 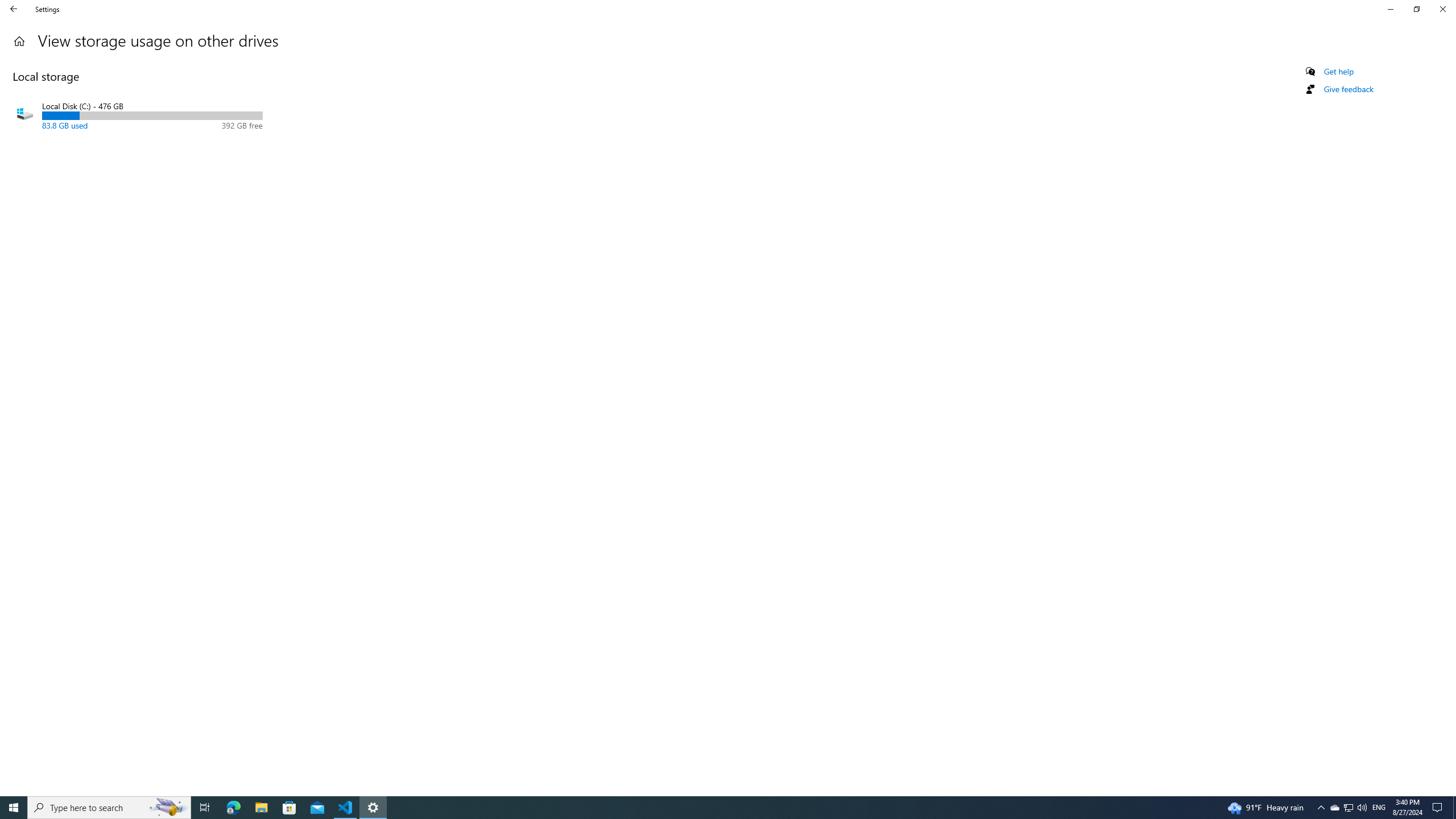 What do you see at coordinates (373, 806) in the screenshot?
I see `'Settings - 1 running window'` at bounding box center [373, 806].